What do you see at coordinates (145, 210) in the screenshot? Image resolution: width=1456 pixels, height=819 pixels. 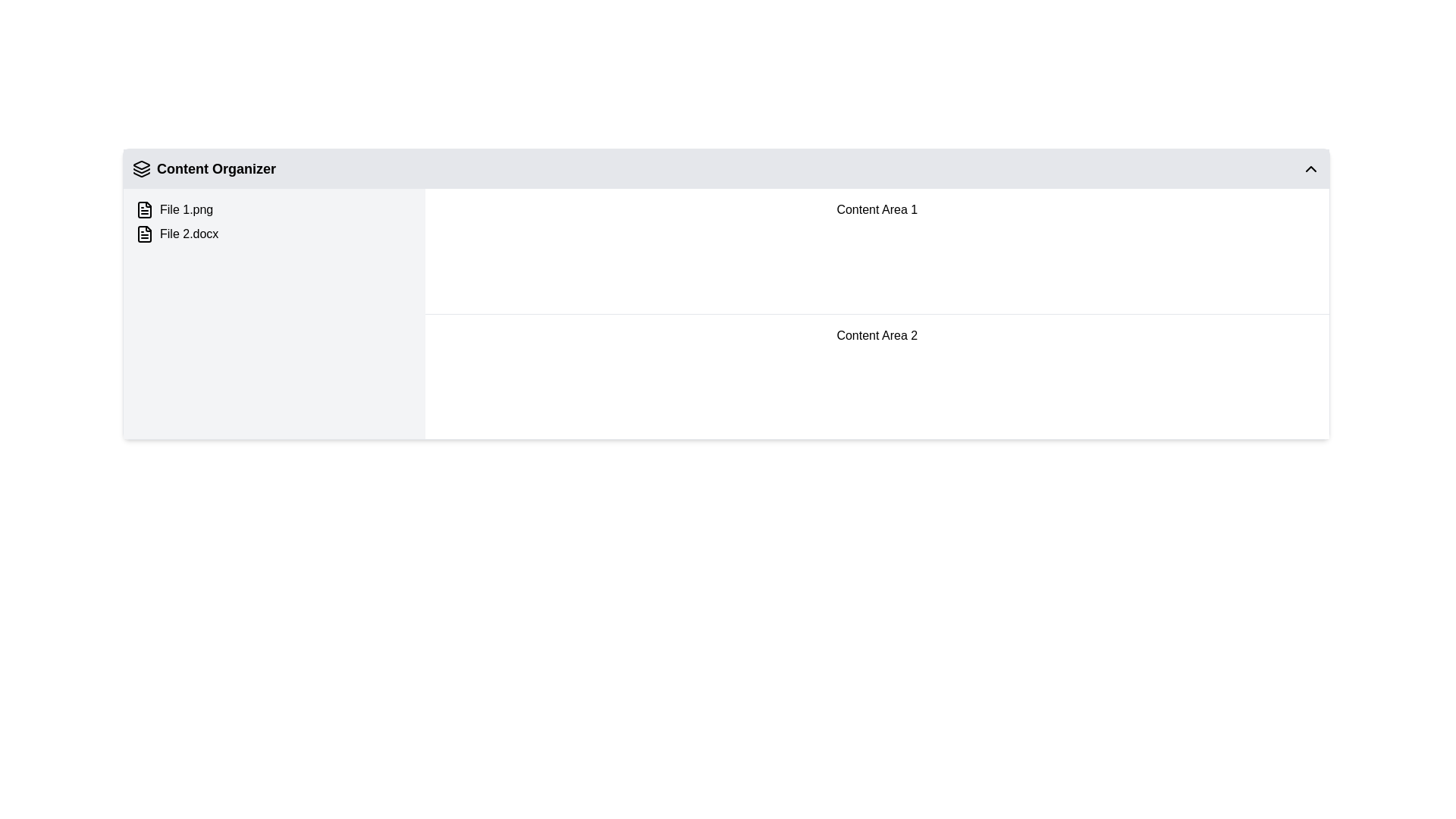 I see `the document outline icon located to the left of the file name 'File 1.png' in the first row of the file list` at bounding box center [145, 210].